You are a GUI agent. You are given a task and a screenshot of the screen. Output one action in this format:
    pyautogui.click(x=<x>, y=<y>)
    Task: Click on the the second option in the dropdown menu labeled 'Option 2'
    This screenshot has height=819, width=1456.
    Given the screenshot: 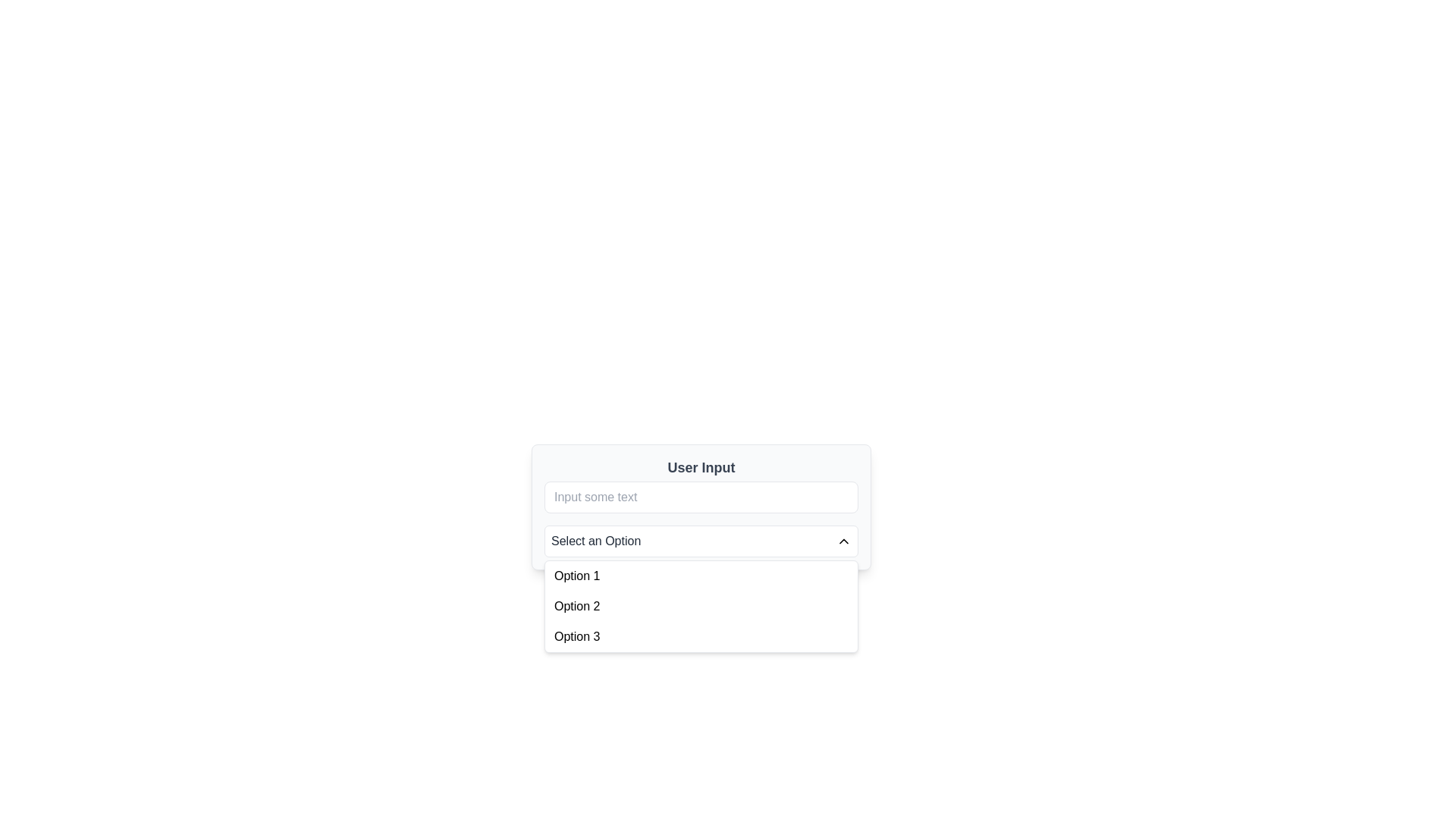 What is the action you would take?
    pyautogui.click(x=701, y=605)
    